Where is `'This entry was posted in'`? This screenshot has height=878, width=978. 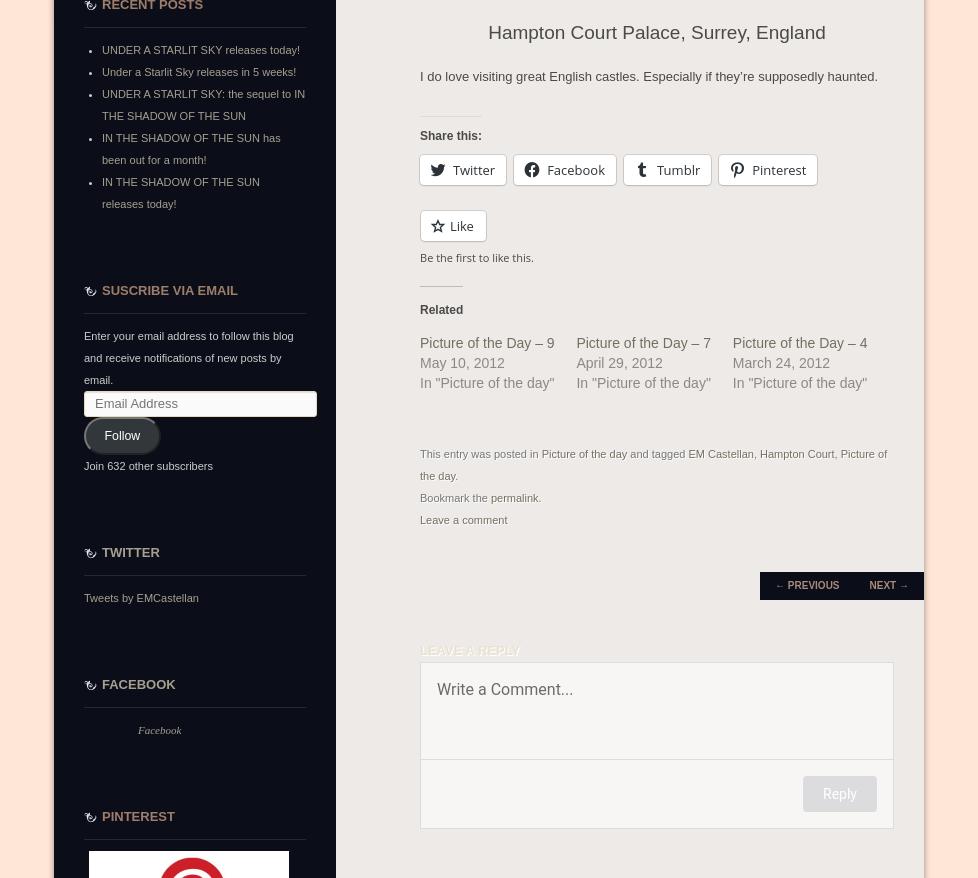
'This entry was posted in' is located at coordinates (418, 453).